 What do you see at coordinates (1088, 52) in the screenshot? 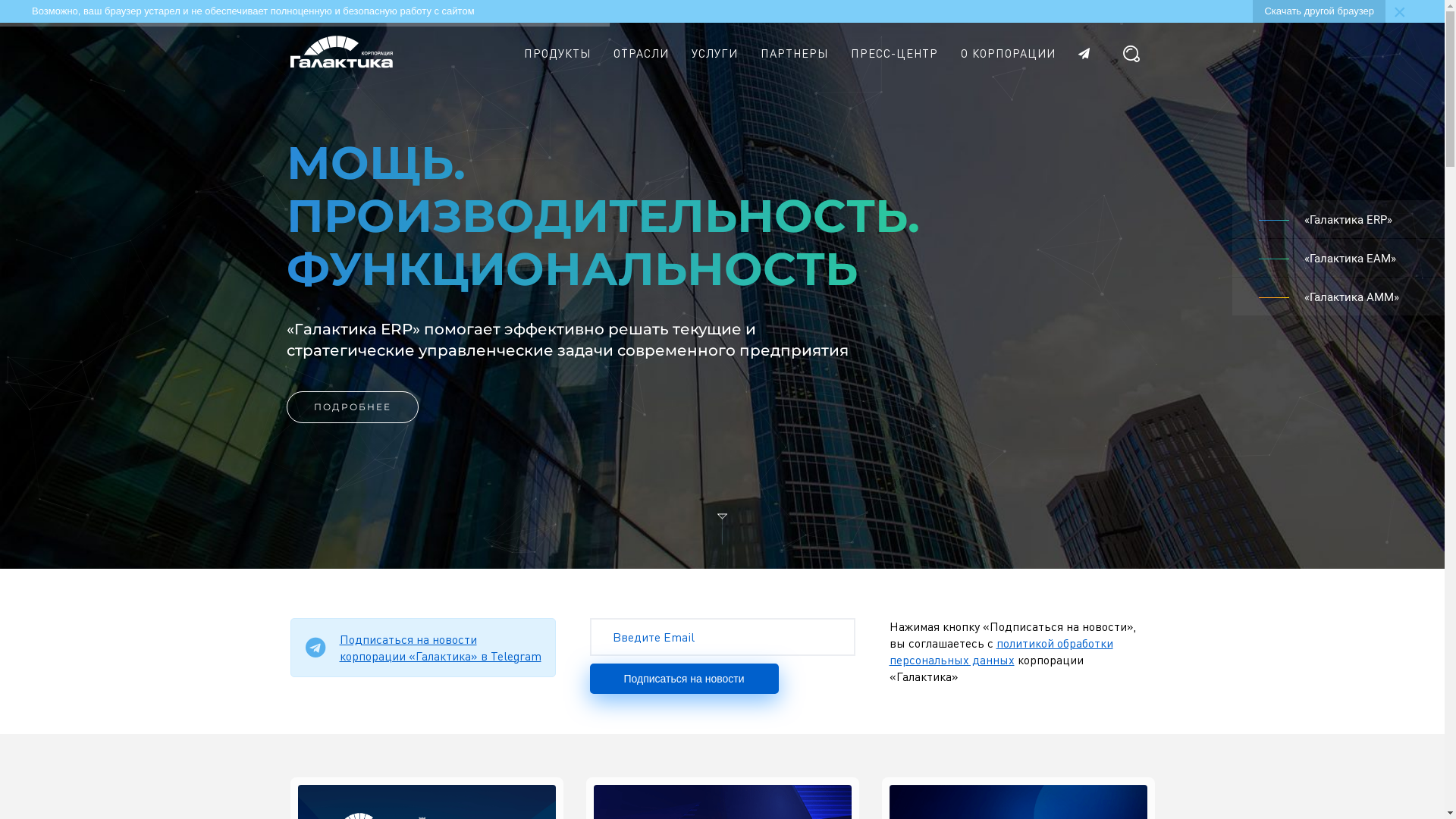
I see `' '` at bounding box center [1088, 52].